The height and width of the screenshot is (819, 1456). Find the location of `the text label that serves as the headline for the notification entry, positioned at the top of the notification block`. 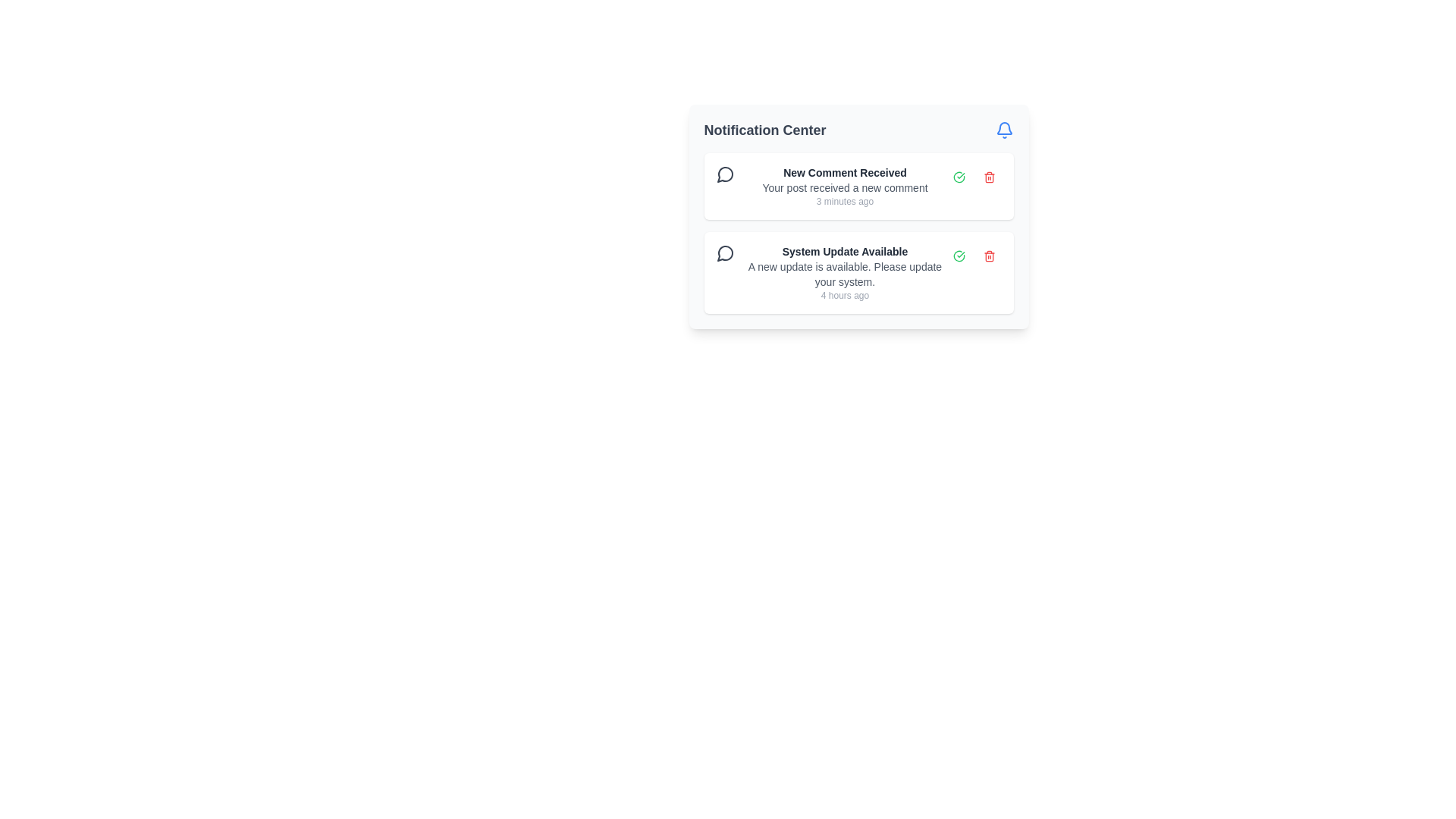

the text label that serves as the headline for the notification entry, positioned at the top of the notification block is located at coordinates (844, 250).